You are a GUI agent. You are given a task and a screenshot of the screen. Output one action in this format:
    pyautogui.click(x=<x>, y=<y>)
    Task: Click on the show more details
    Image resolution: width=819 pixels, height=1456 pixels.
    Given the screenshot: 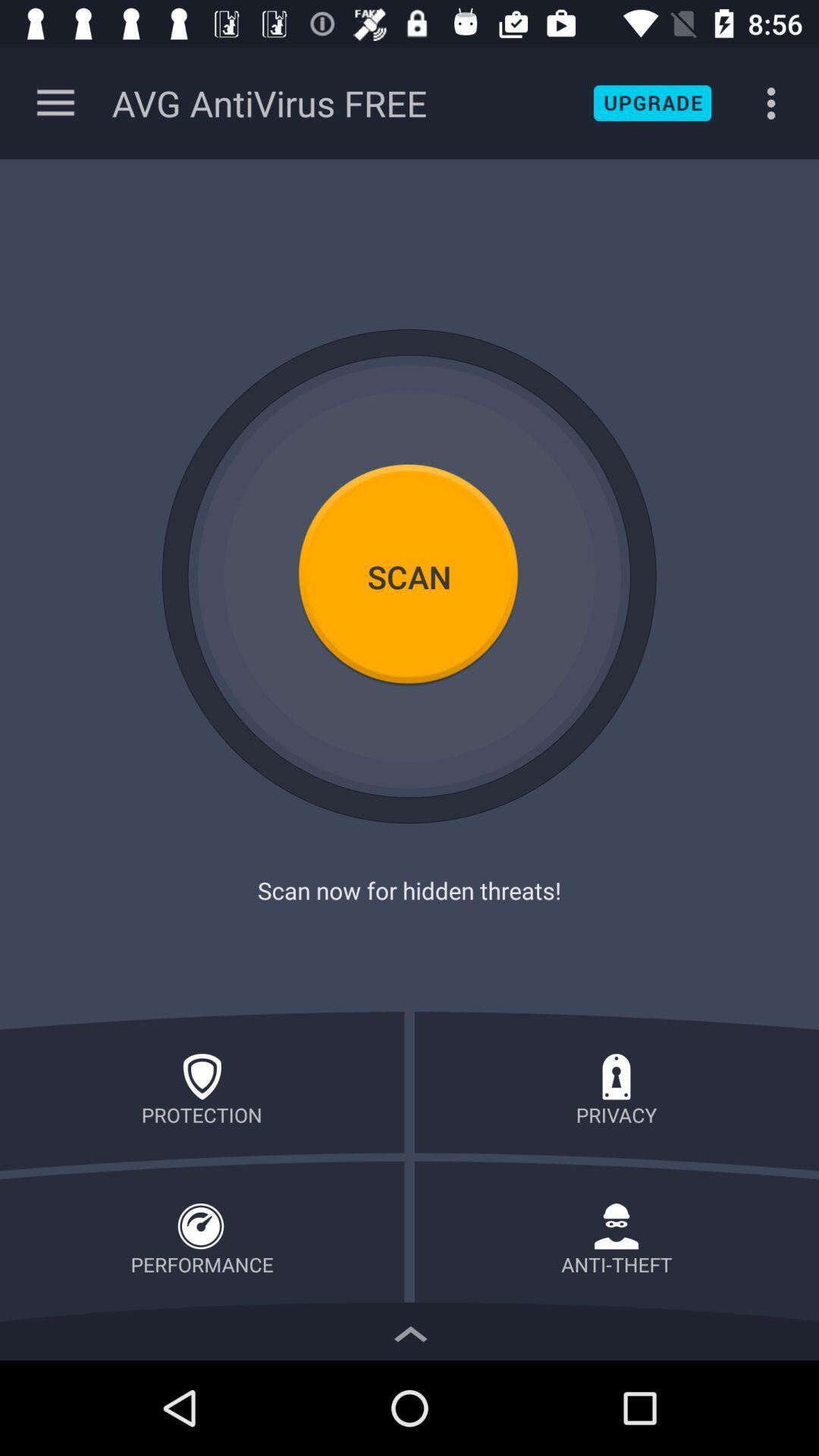 What is the action you would take?
    pyautogui.click(x=409, y=1329)
    